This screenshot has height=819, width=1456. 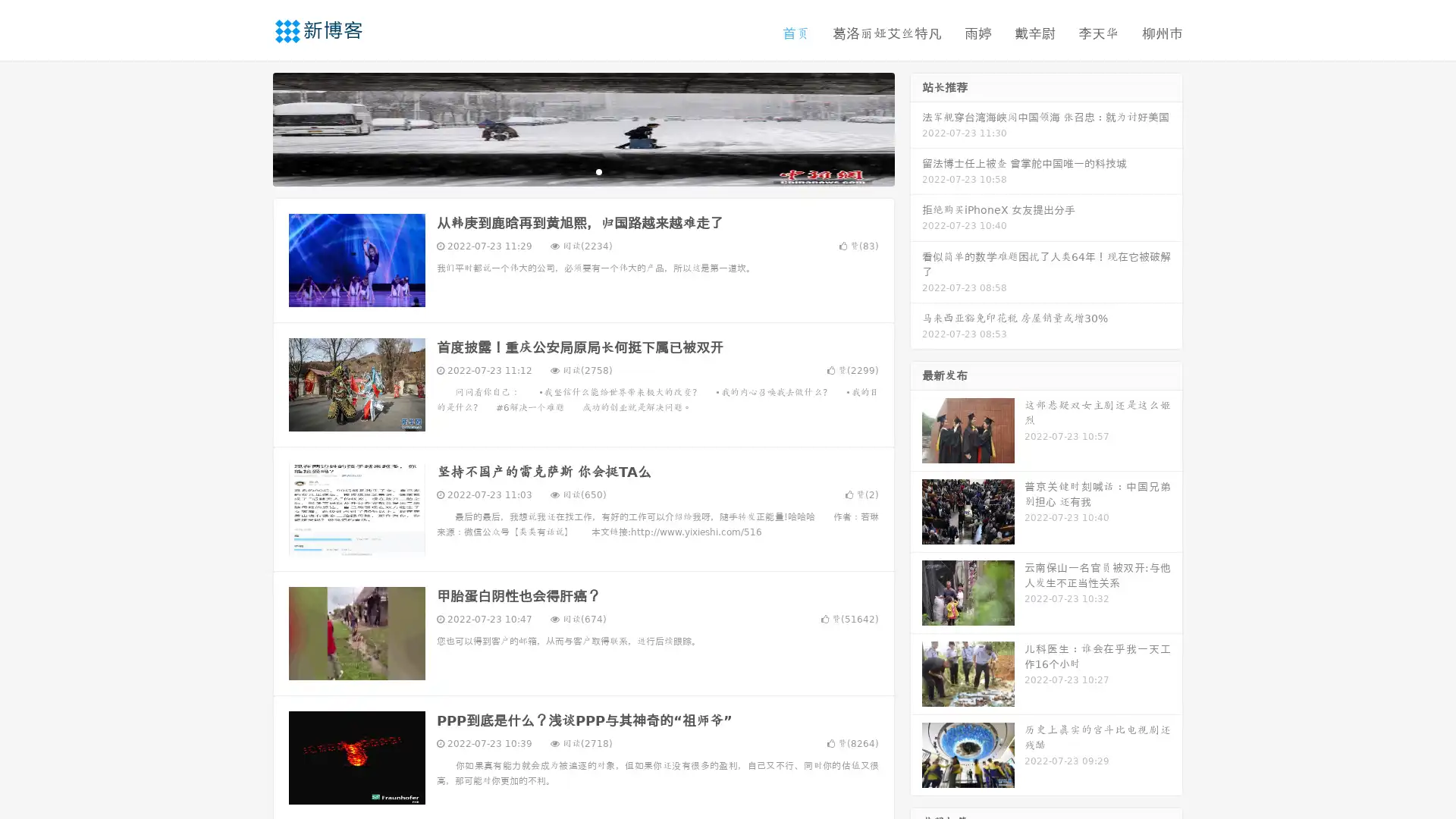 What do you see at coordinates (582, 171) in the screenshot?
I see `Go to slide 2` at bounding box center [582, 171].